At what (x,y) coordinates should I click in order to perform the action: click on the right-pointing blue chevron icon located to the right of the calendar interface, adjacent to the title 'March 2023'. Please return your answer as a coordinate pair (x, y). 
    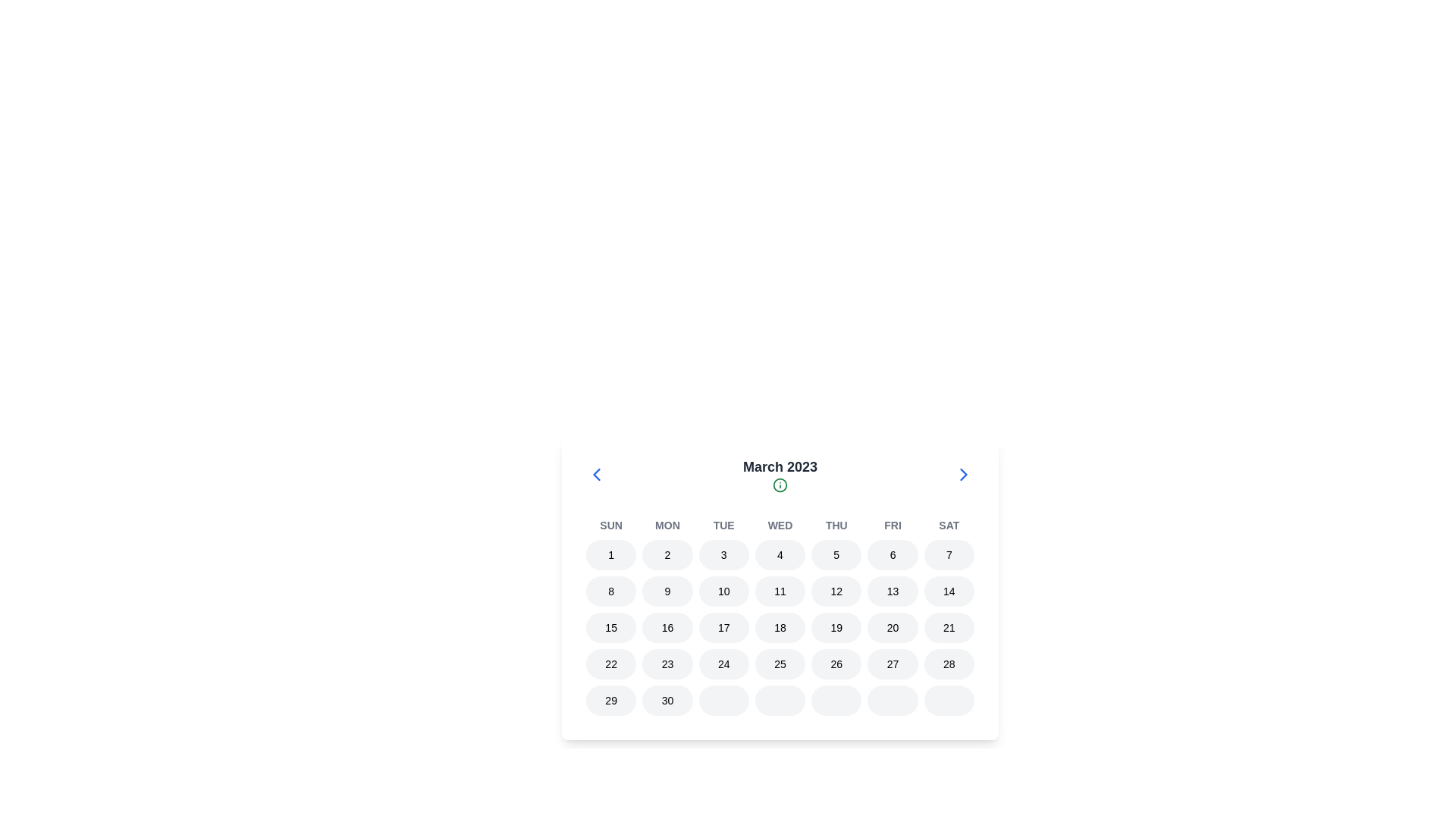
    Looking at the image, I should click on (963, 473).